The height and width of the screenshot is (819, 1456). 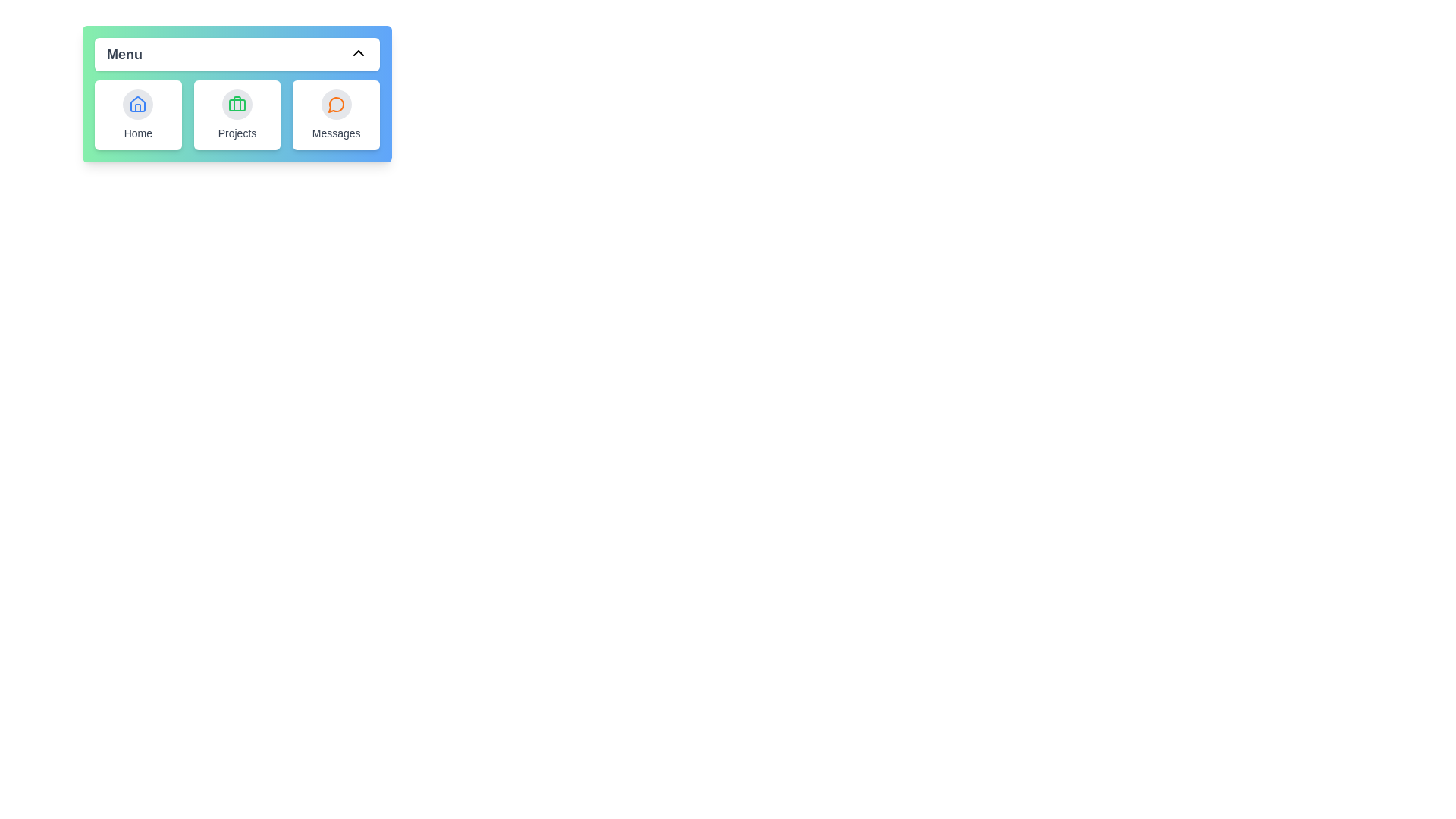 I want to click on the 'Projects' menu item to interact with its associated functionality, so click(x=236, y=114).